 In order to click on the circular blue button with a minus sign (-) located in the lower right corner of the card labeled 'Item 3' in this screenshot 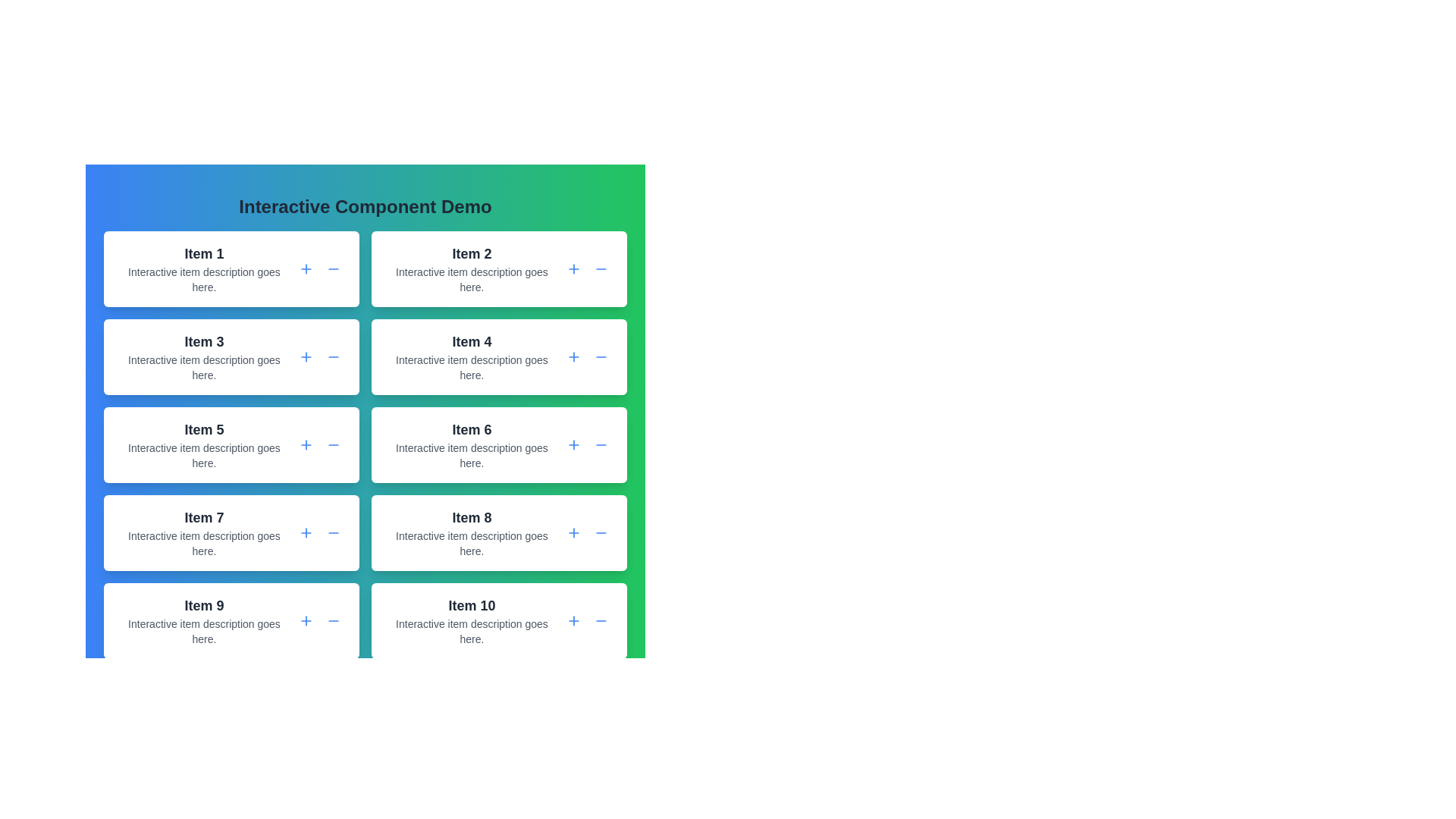, I will do `click(333, 356)`.